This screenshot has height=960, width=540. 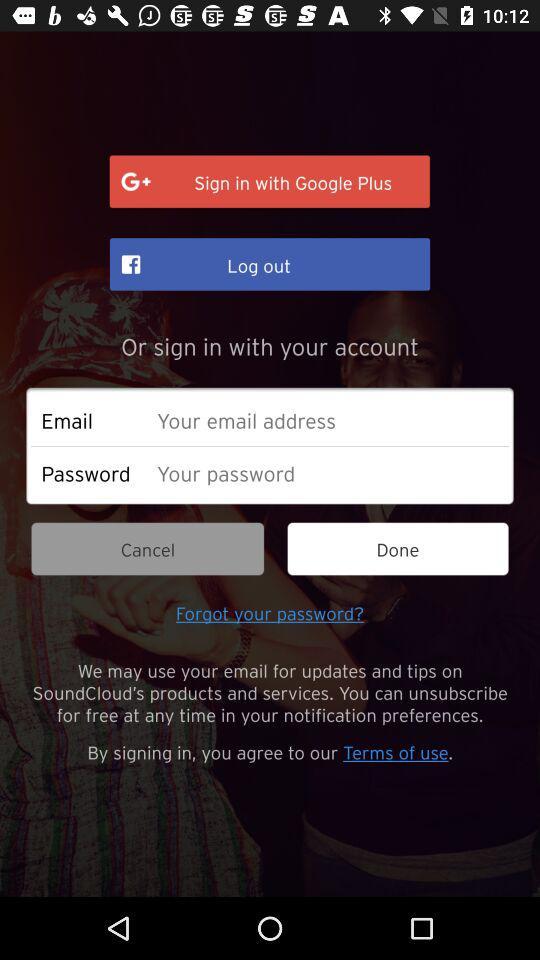 I want to click on cancel, so click(x=146, y=549).